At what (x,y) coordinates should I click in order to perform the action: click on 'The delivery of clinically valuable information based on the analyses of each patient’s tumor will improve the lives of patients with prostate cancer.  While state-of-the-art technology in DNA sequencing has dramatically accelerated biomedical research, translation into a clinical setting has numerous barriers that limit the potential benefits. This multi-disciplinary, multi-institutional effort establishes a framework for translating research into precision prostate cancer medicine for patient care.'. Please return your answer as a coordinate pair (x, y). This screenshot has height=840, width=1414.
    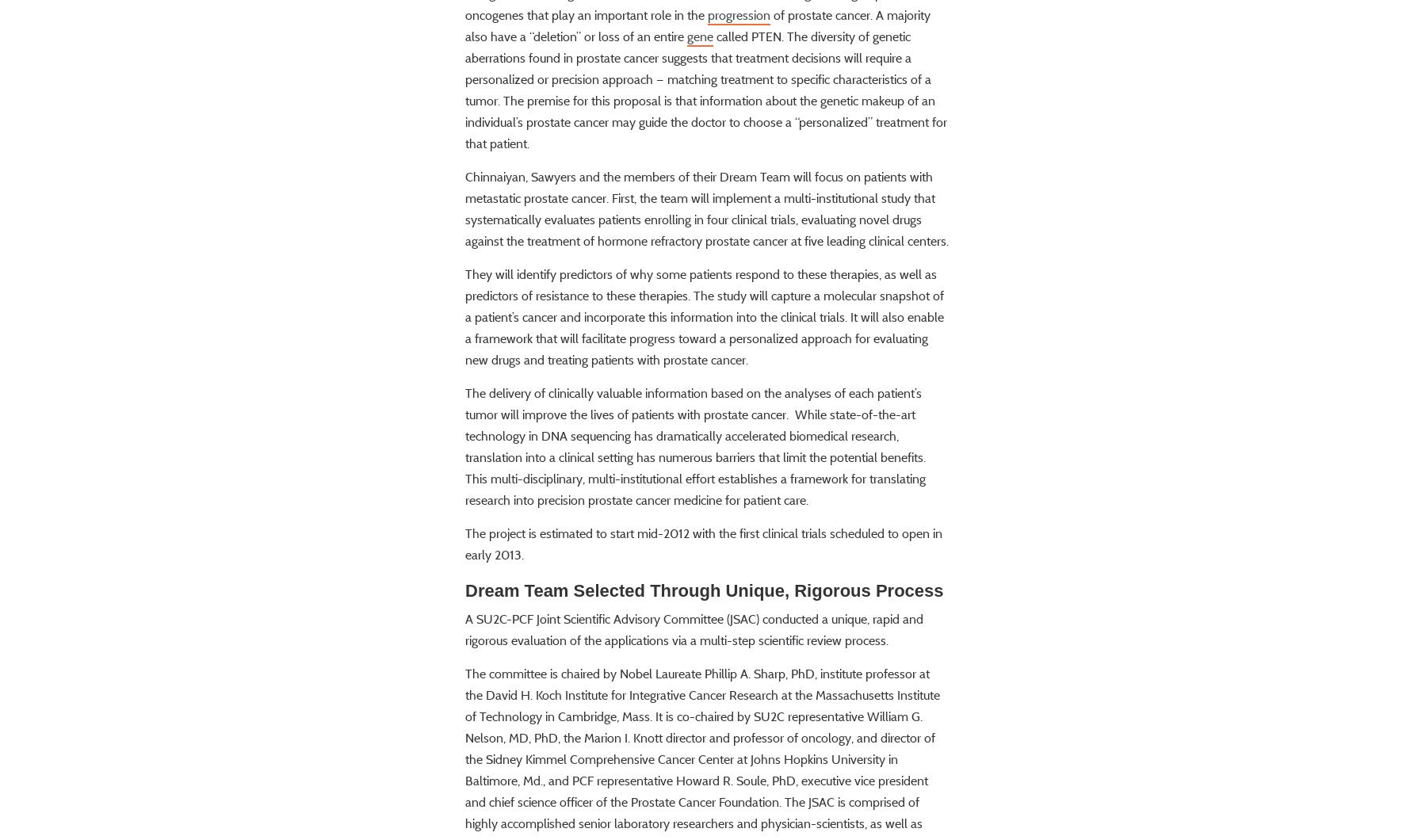
    Looking at the image, I should click on (694, 491).